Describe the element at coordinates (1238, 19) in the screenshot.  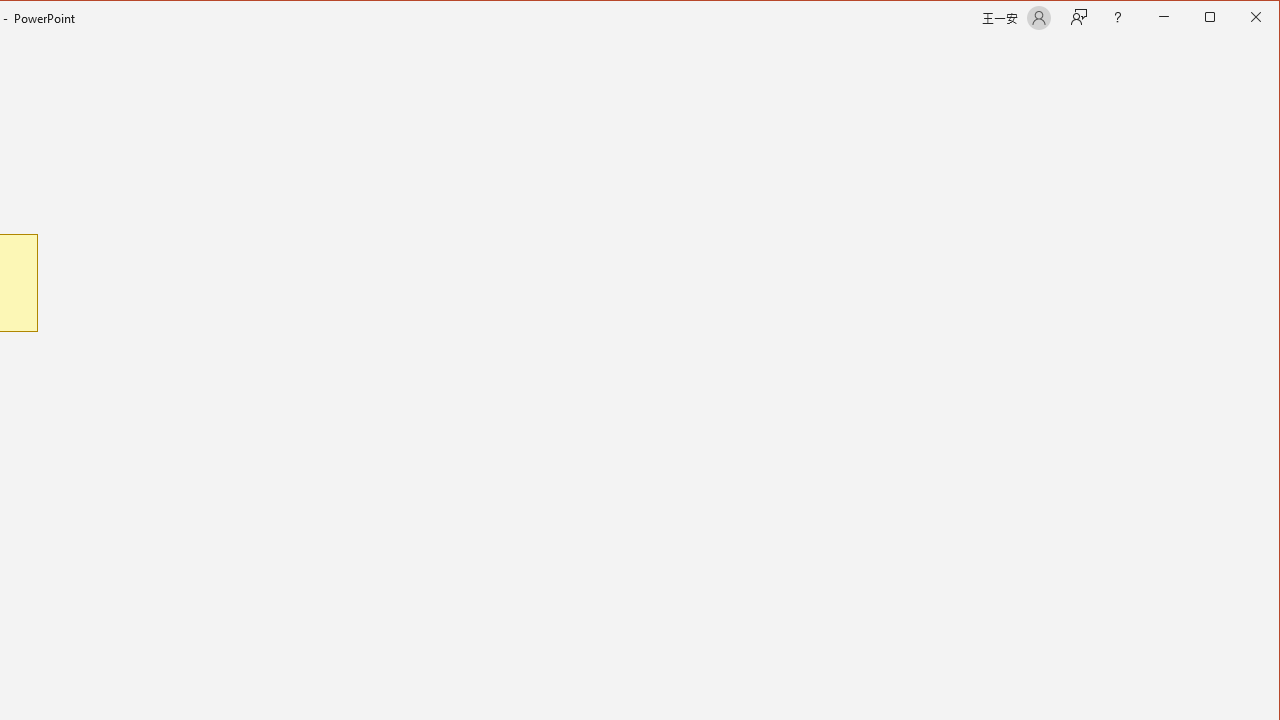
I see `'Maximize'` at that location.